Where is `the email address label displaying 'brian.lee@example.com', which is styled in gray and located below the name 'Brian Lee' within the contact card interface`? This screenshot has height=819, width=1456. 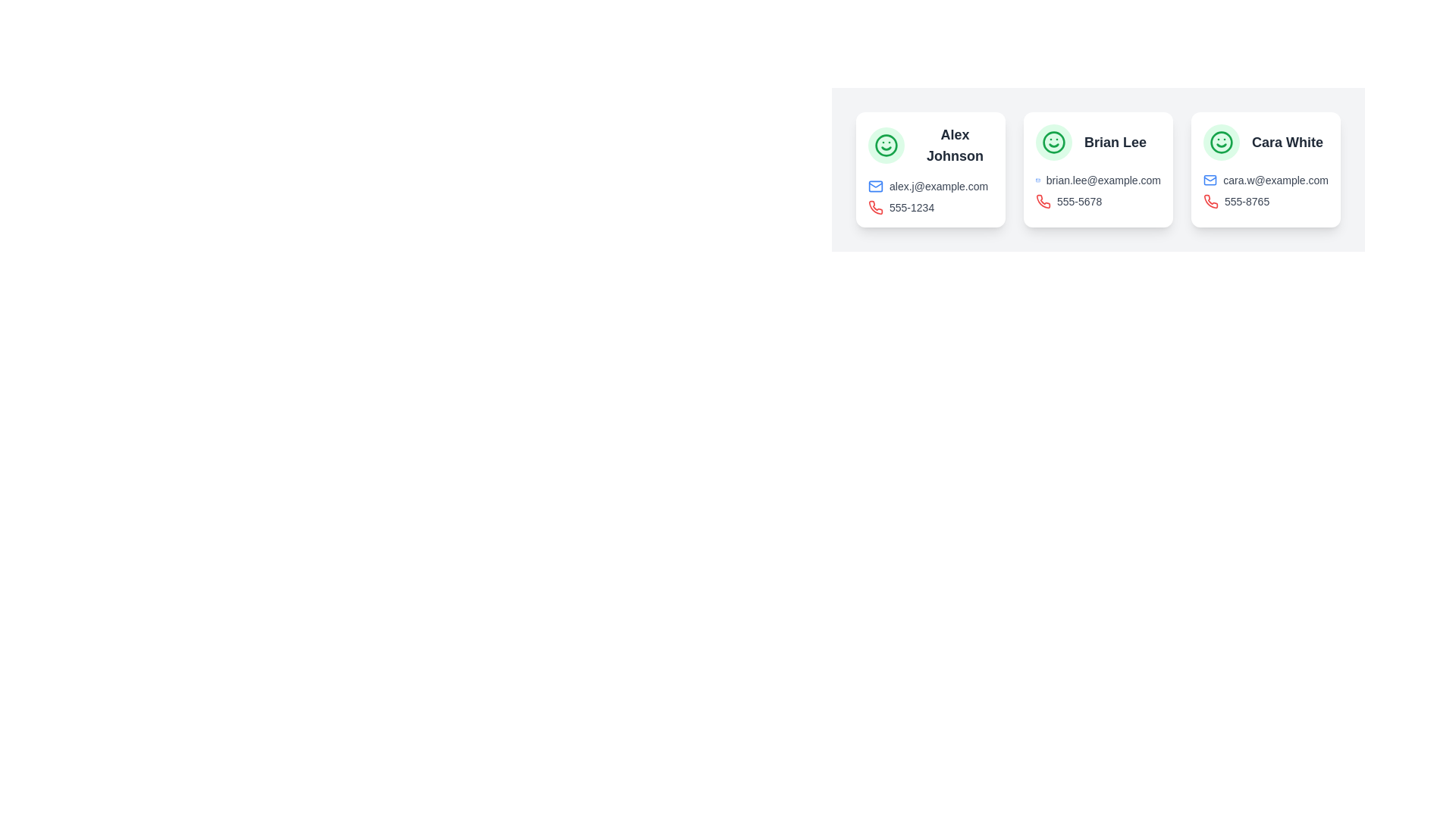
the email address label displaying 'brian.lee@example.com', which is styled in gray and located below the name 'Brian Lee' within the contact card interface is located at coordinates (1103, 180).